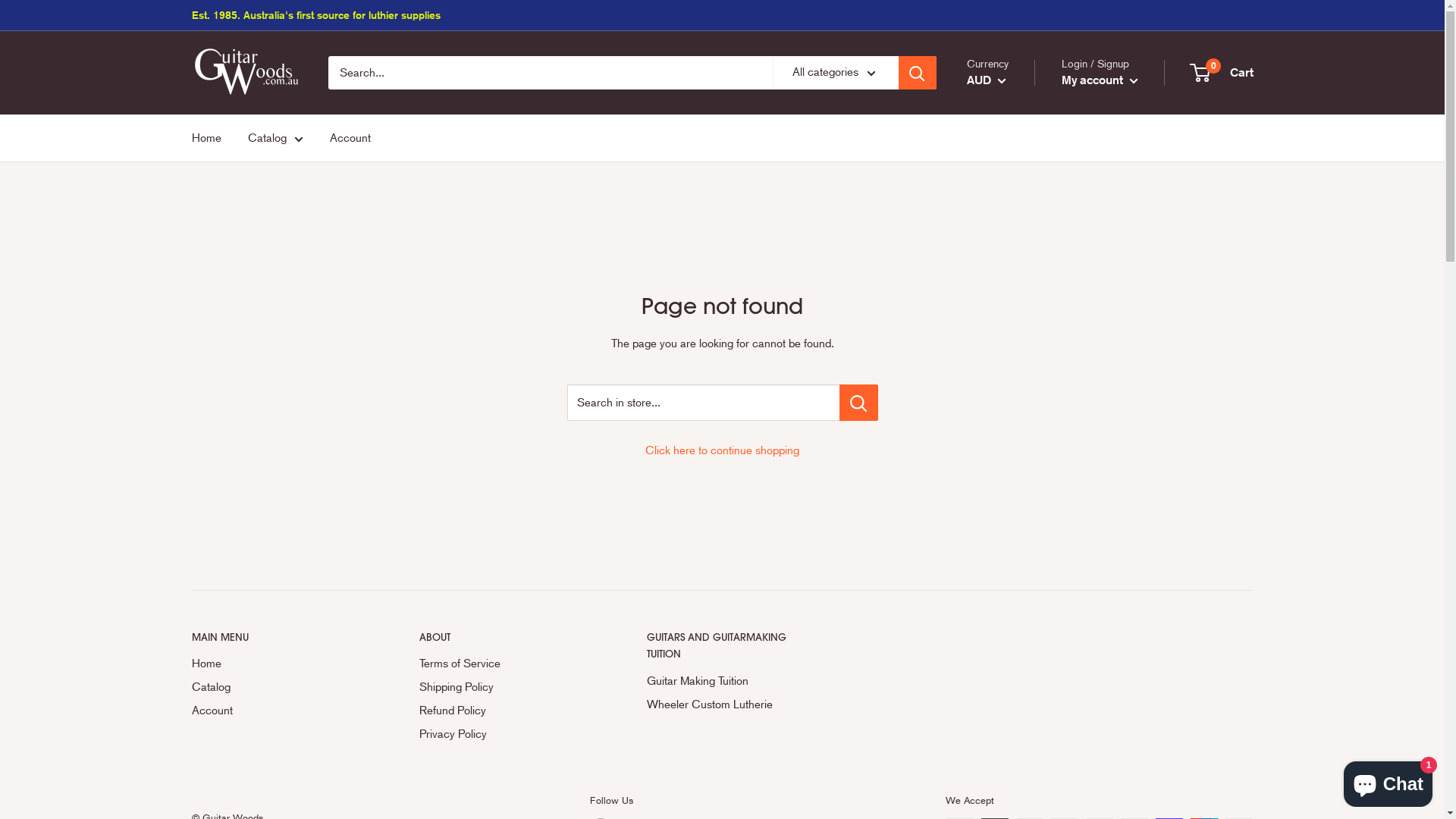 The height and width of the screenshot is (819, 1456). What do you see at coordinates (733, 645) in the screenshot?
I see `'GUITARS AND GUITARMAKING TUITION'` at bounding box center [733, 645].